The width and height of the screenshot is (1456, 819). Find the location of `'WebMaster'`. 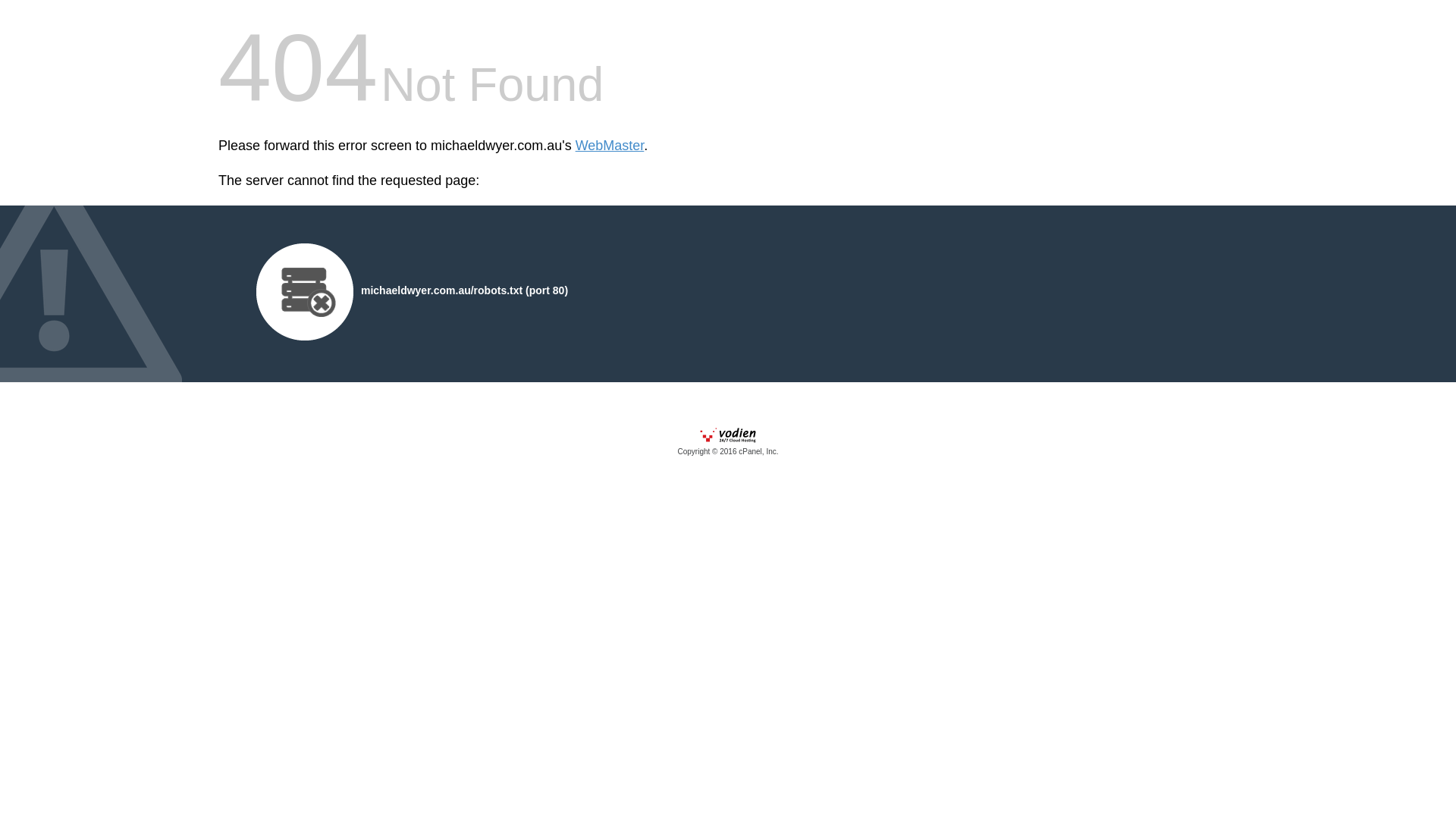

'WebMaster' is located at coordinates (610, 146).